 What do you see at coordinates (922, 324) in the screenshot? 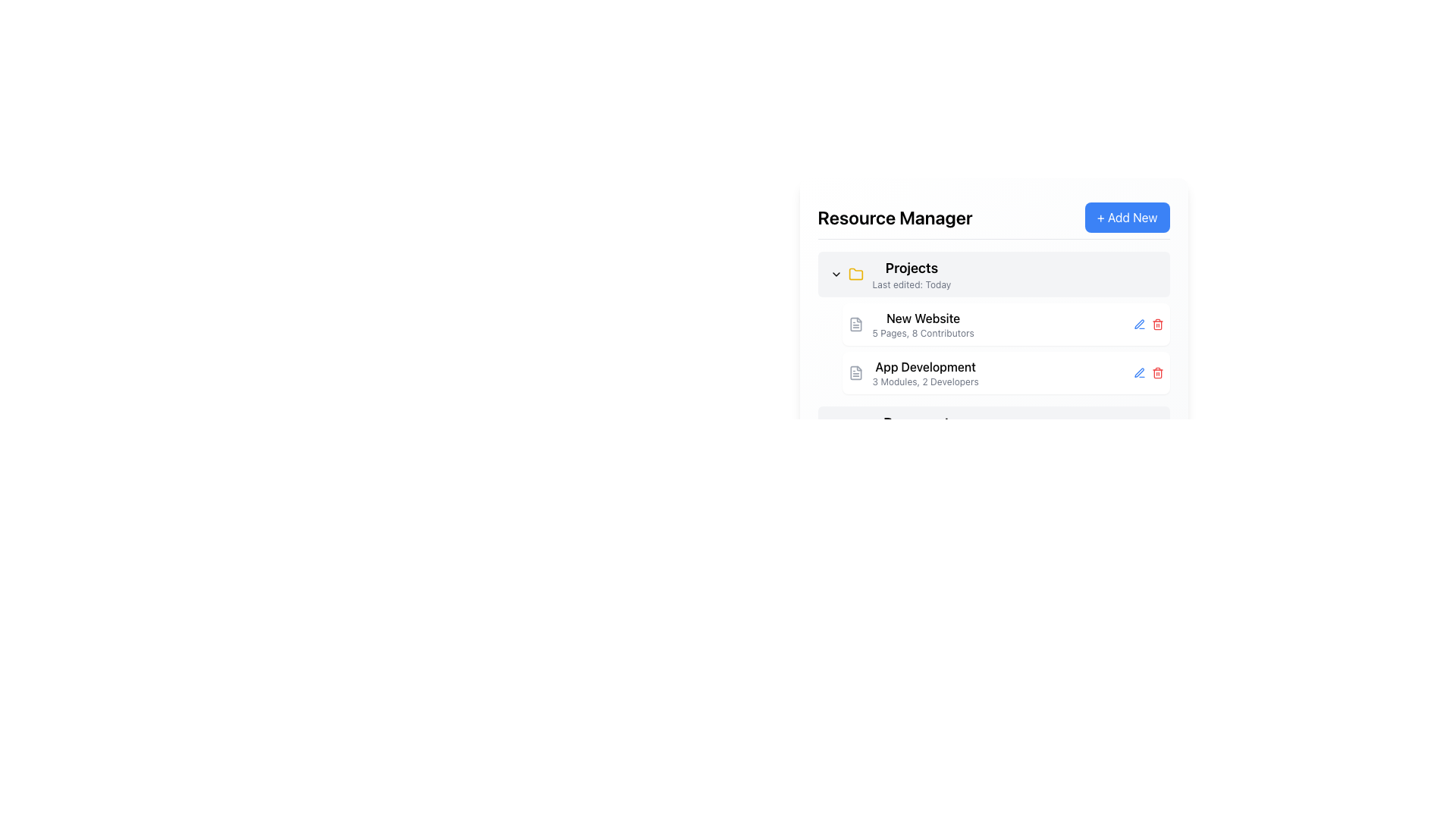
I see `the informational text block displaying project details for 'New Website' in the 'Projects' section of the 'Resource Manager'` at bounding box center [922, 324].